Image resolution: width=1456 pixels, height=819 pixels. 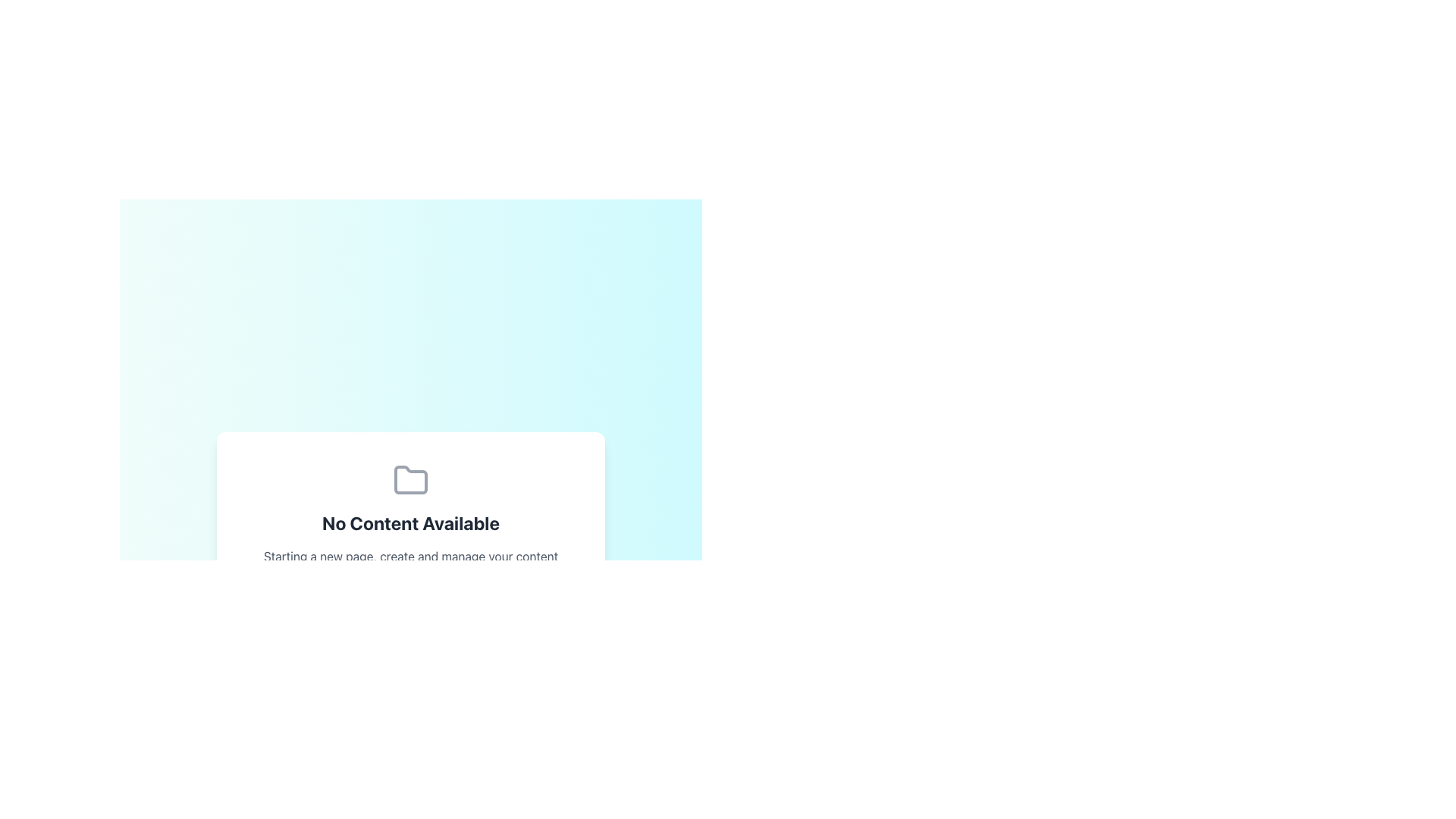 What do you see at coordinates (411, 479) in the screenshot?
I see `the folder icon, which is a gray vector graphic located above the text 'No Content Available' in the center region of a dialog card` at bounding box center [411, 479].